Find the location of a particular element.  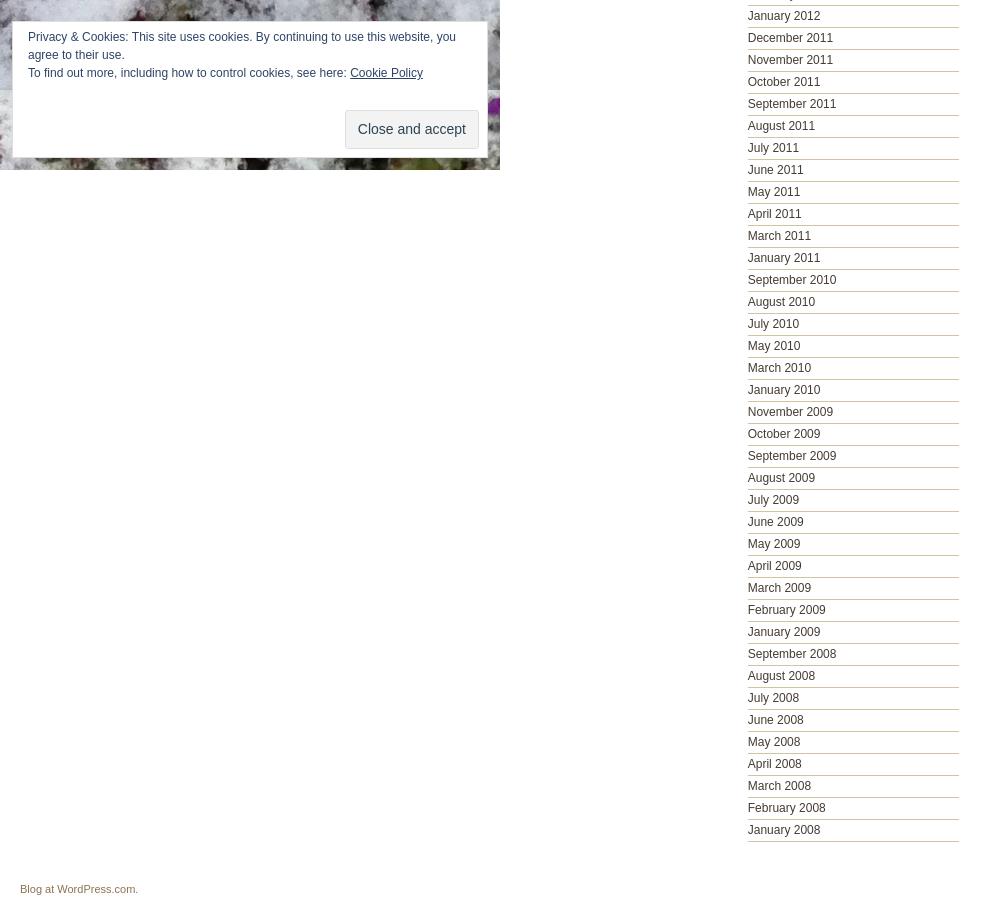

'August 2011' is located at coordinates (781, 125).